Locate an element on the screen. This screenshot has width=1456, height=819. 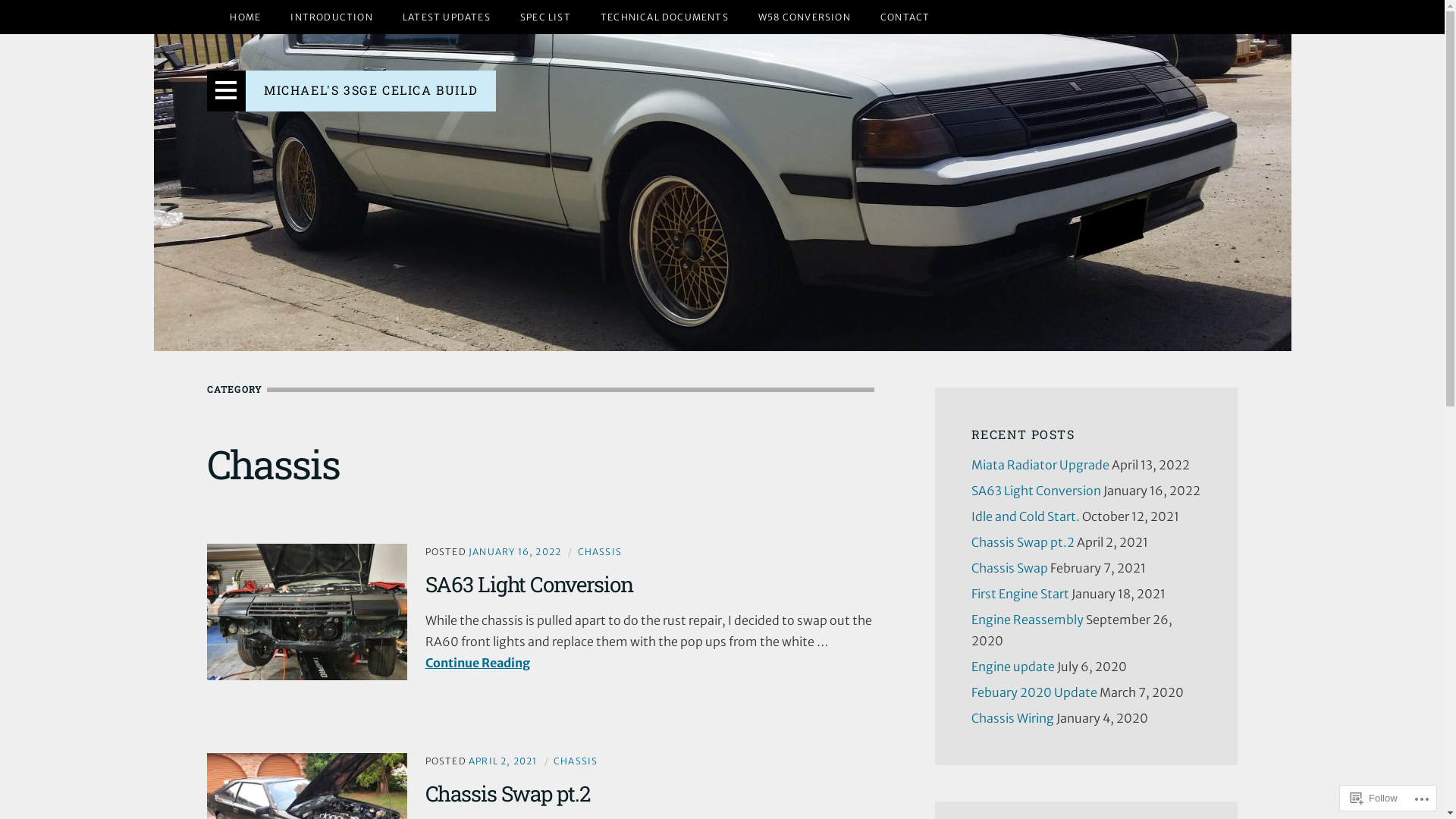
'Engine Reassembly' is located at coordinates (971, 620).